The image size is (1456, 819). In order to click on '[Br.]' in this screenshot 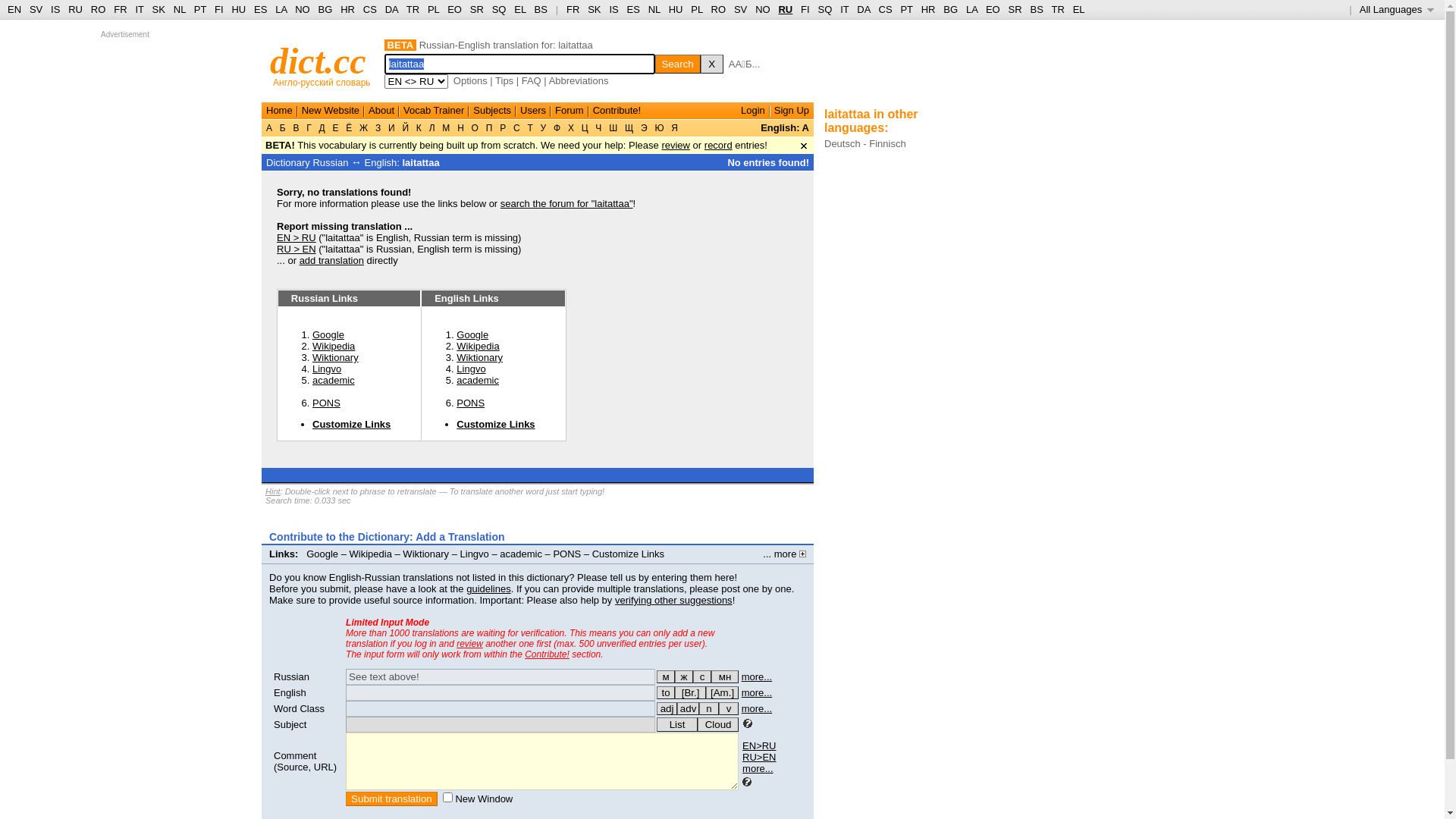, I will do `click(689, 692)`.